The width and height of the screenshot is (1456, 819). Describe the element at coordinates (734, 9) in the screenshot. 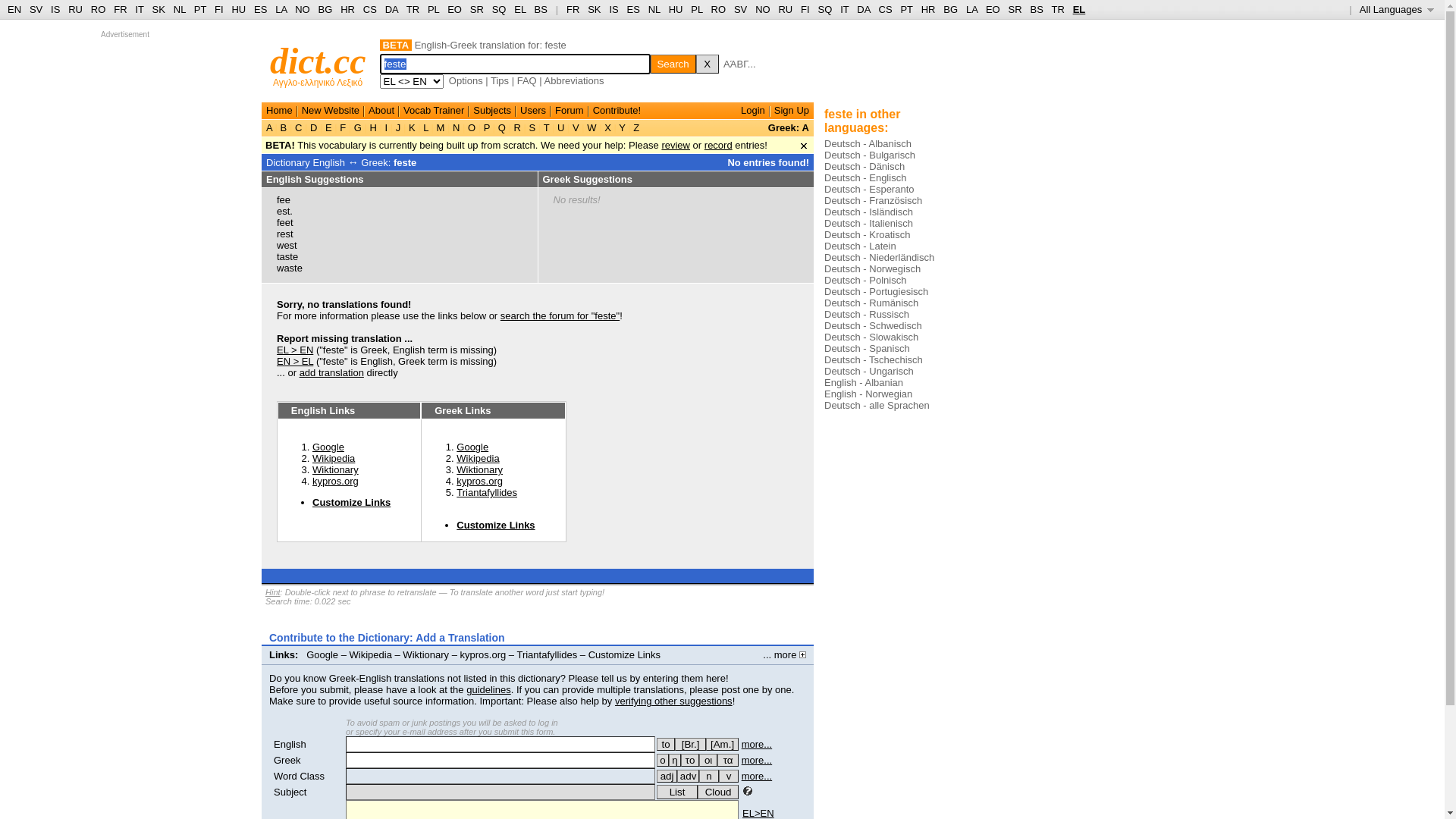

I see `'SV'` at that location.